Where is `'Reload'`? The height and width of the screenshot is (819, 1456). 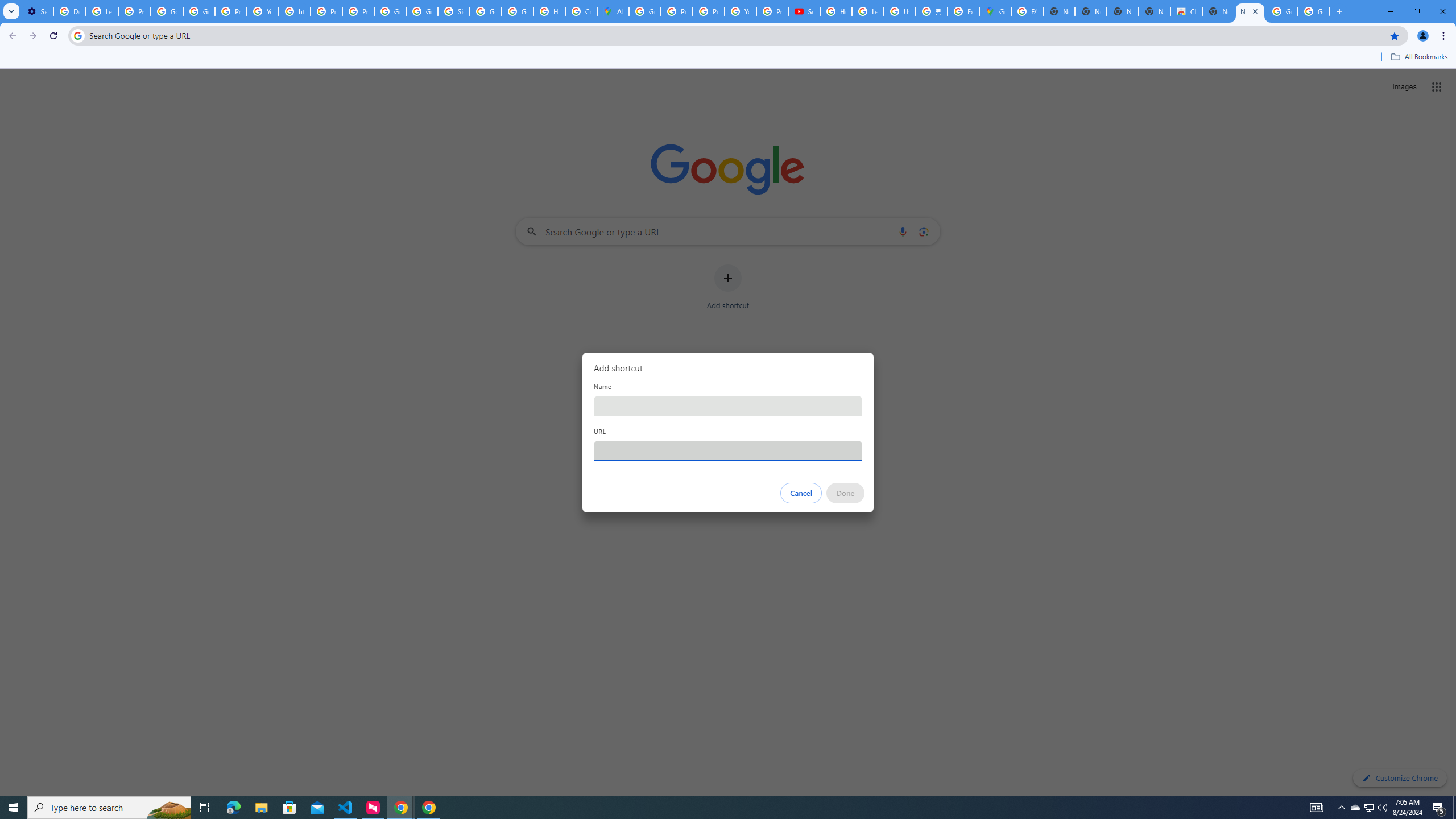
'Reload' is located at coordinates (53, 35).